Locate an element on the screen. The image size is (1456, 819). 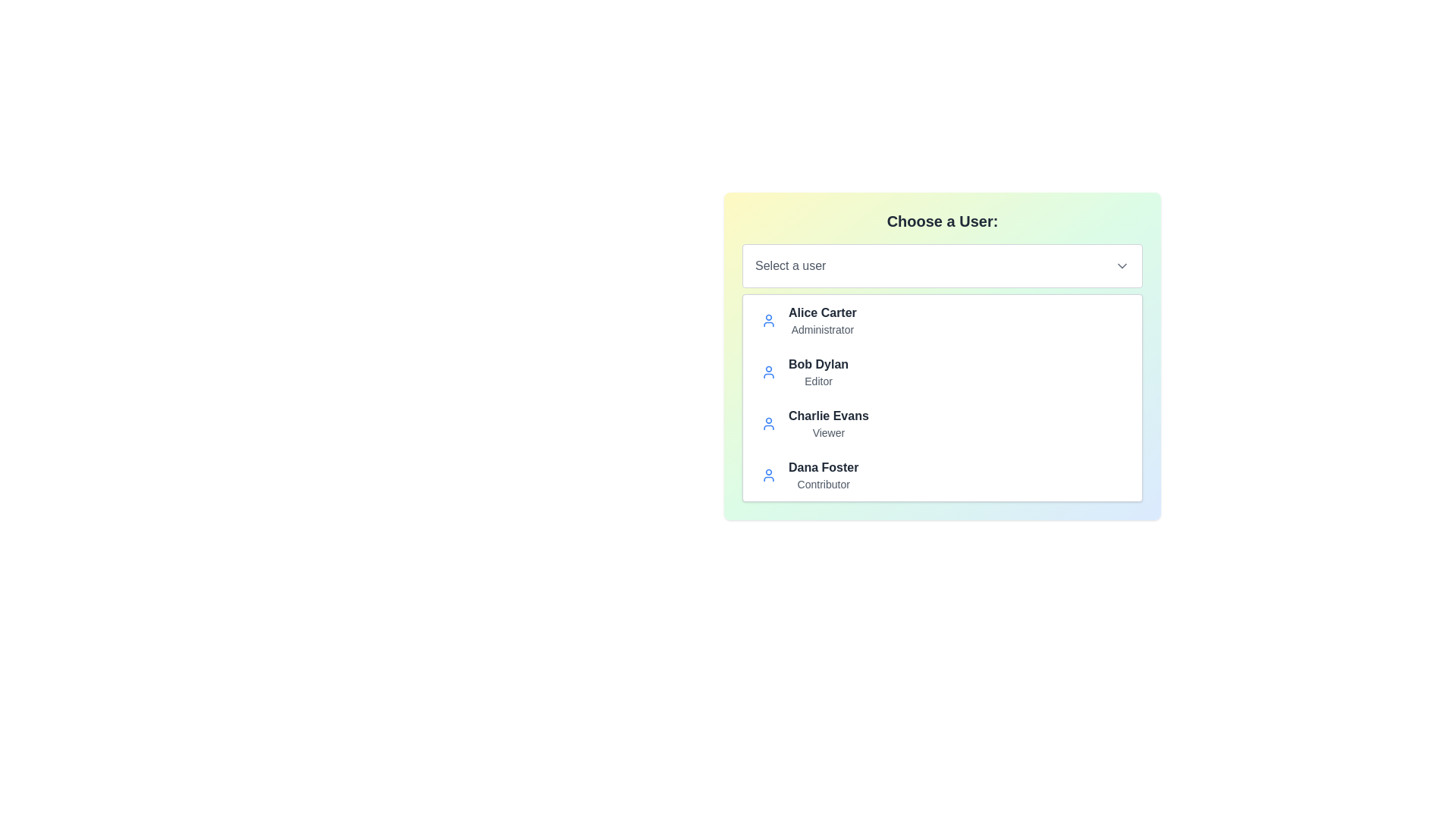
the label indicating the role 'Administrator' for user 'Alice Carter' located below the user's name in the dropdown list is located at coordinates (821, 329).